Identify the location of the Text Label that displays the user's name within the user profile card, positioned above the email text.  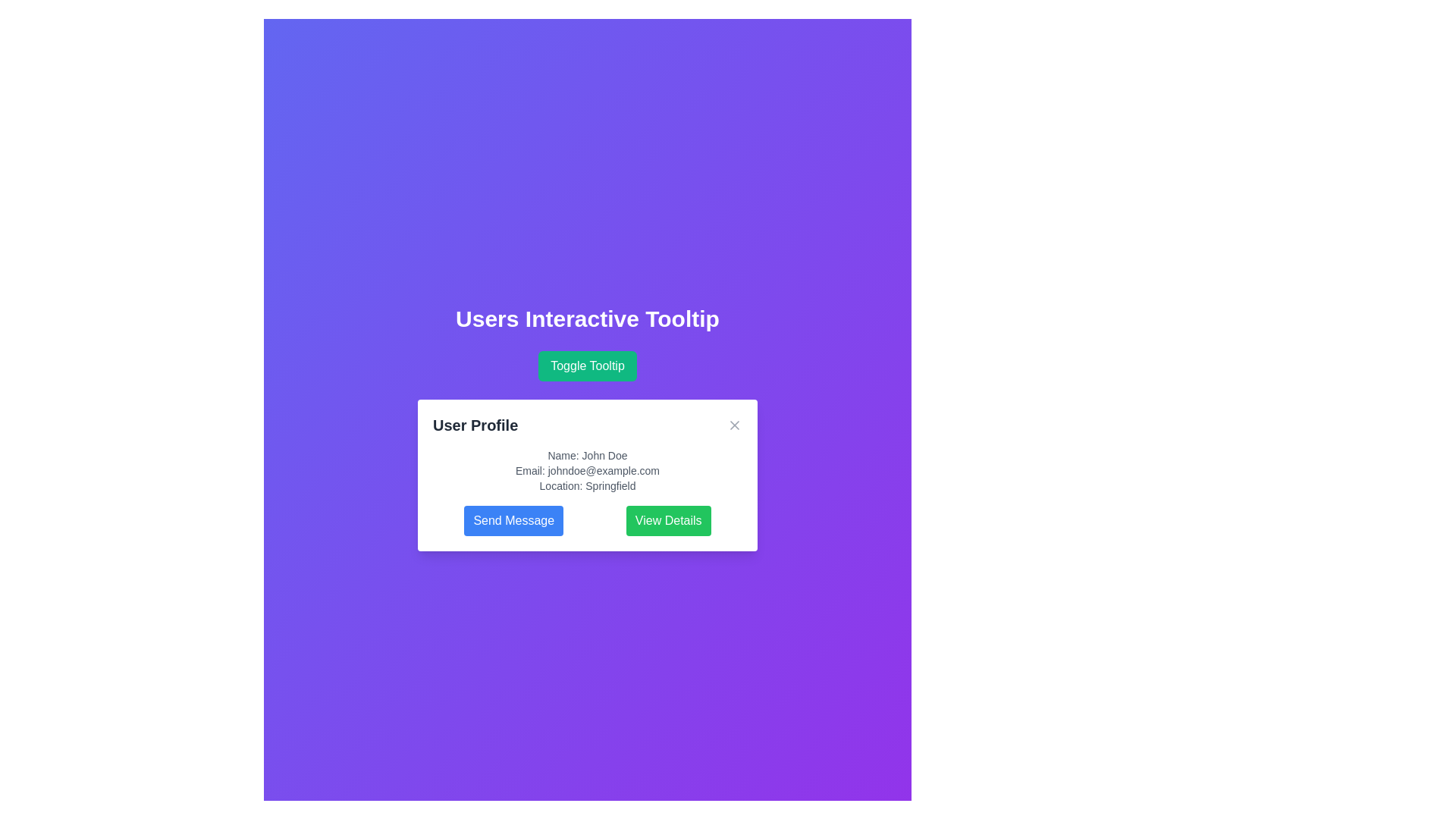
(586, 455).